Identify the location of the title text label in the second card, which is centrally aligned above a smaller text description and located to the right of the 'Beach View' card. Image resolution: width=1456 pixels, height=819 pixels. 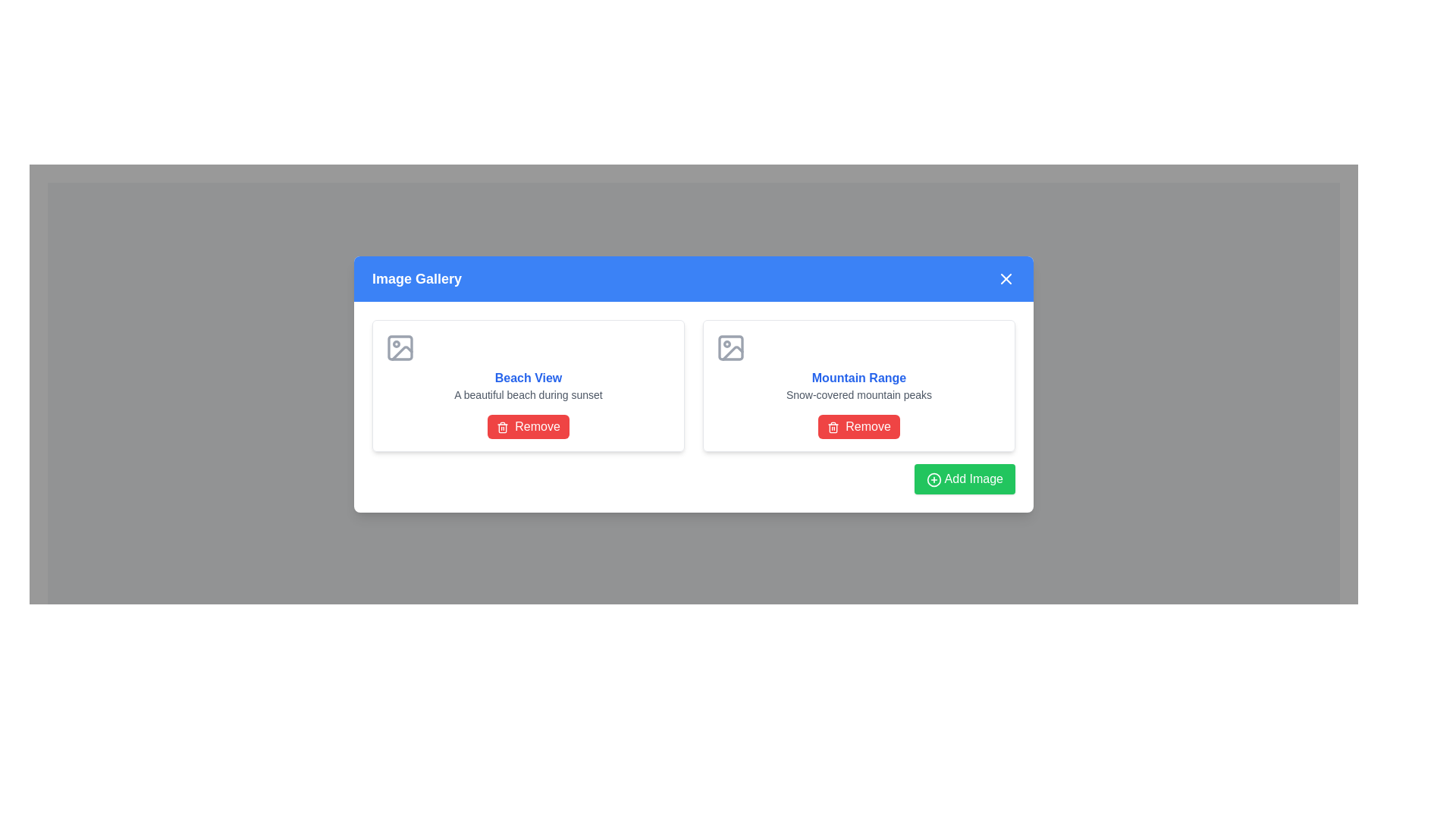
(858, 377).